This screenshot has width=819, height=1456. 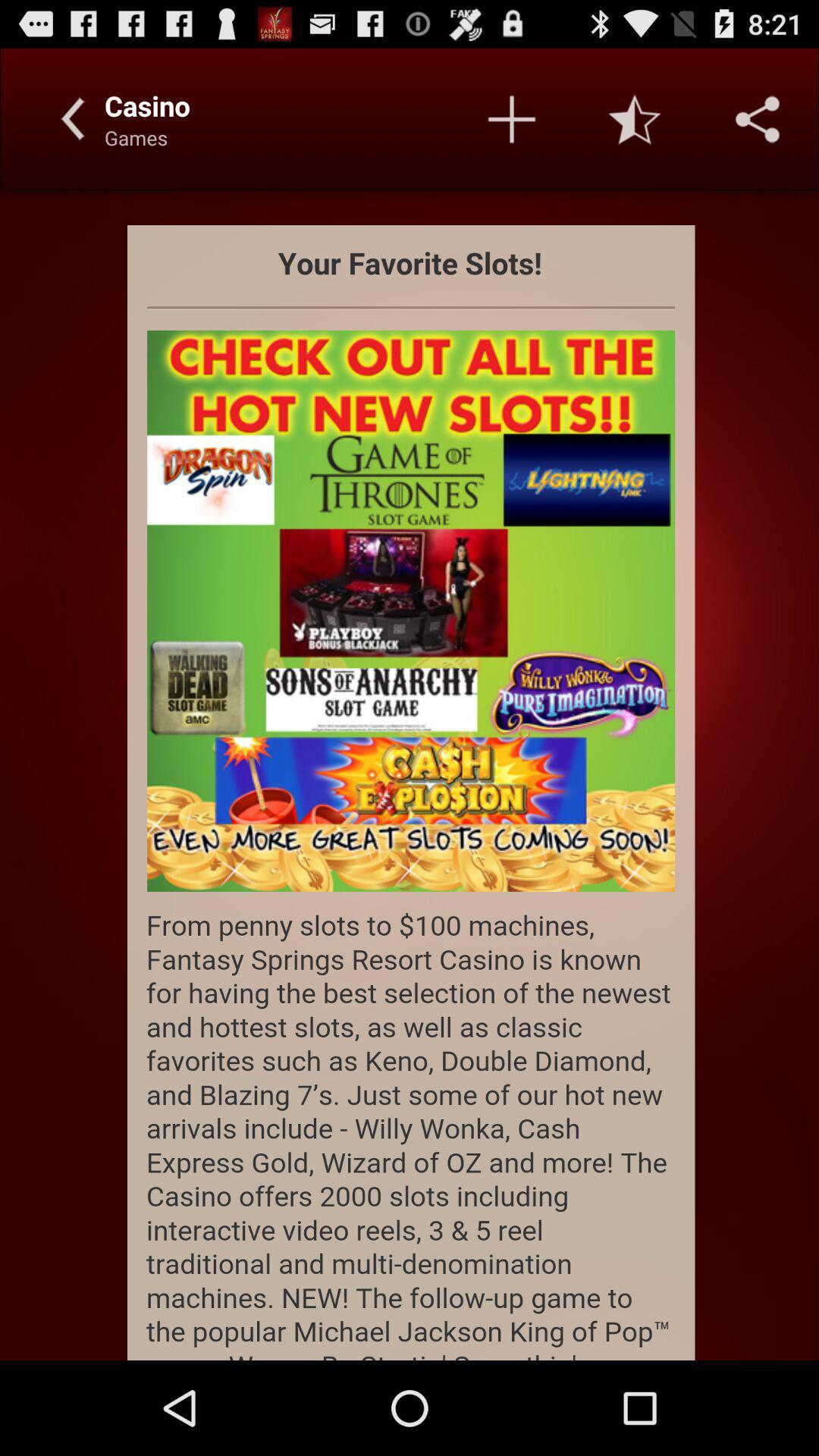 What do you see at coordinates (635, 118) in the screenshot?
I see `star option` at bounding box center [635, 118].